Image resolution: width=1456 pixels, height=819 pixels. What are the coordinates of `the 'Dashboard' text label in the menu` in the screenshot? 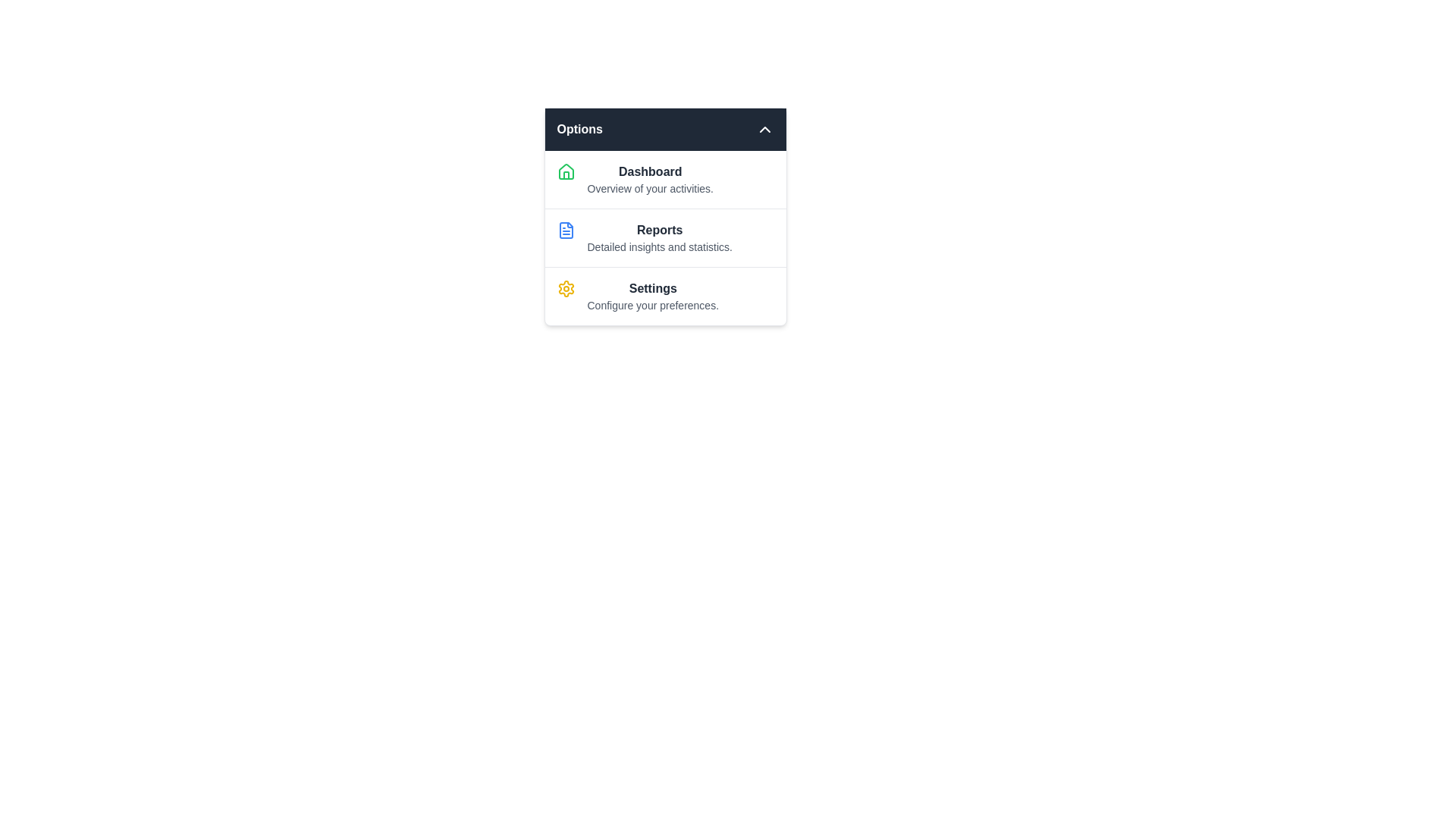 It's located at (650, 178).